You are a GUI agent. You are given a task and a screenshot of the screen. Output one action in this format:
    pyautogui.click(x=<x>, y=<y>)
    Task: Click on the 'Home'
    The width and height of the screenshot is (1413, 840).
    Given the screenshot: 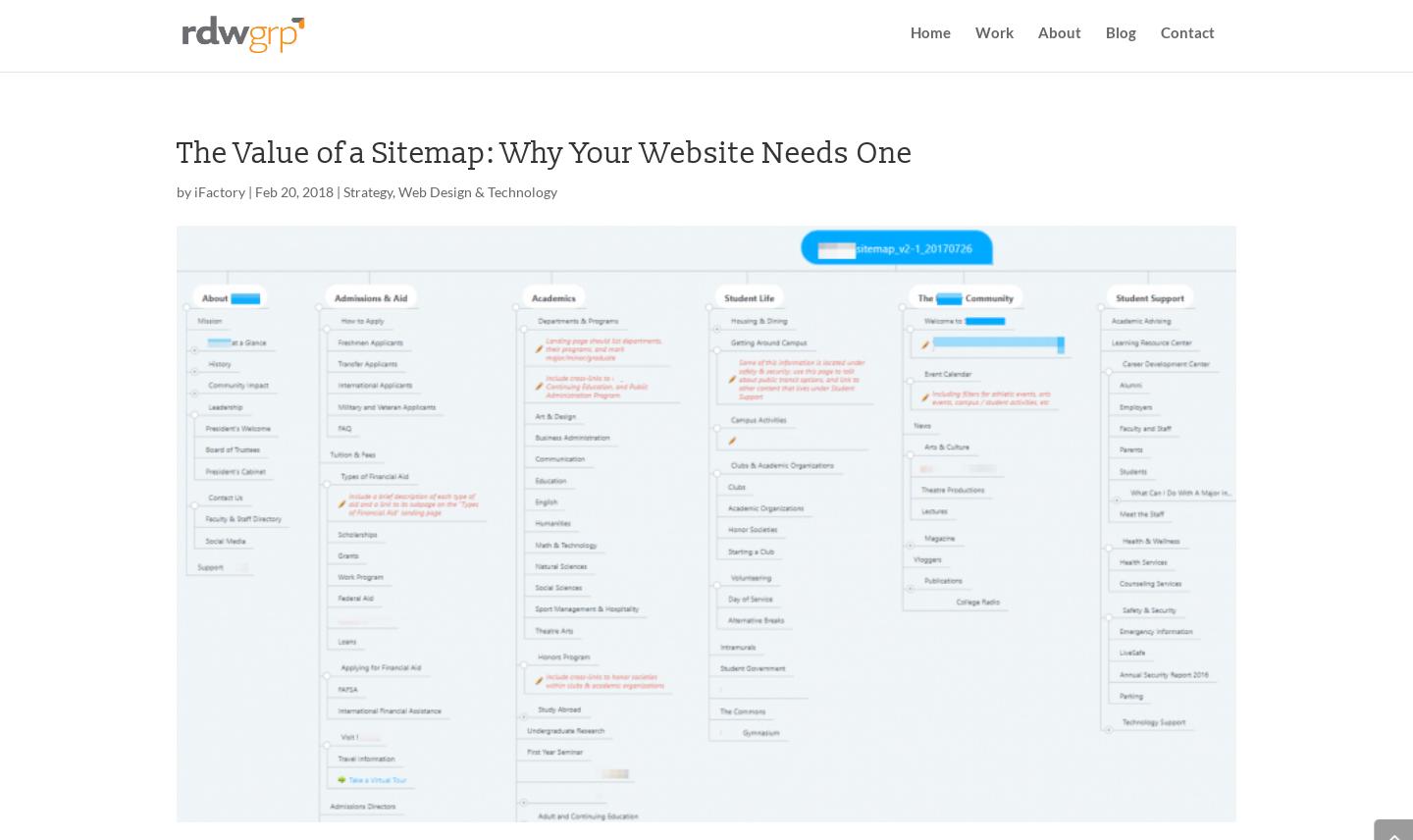 What is the action you would take?
    pyautogui.click(x=930, y=43)
    